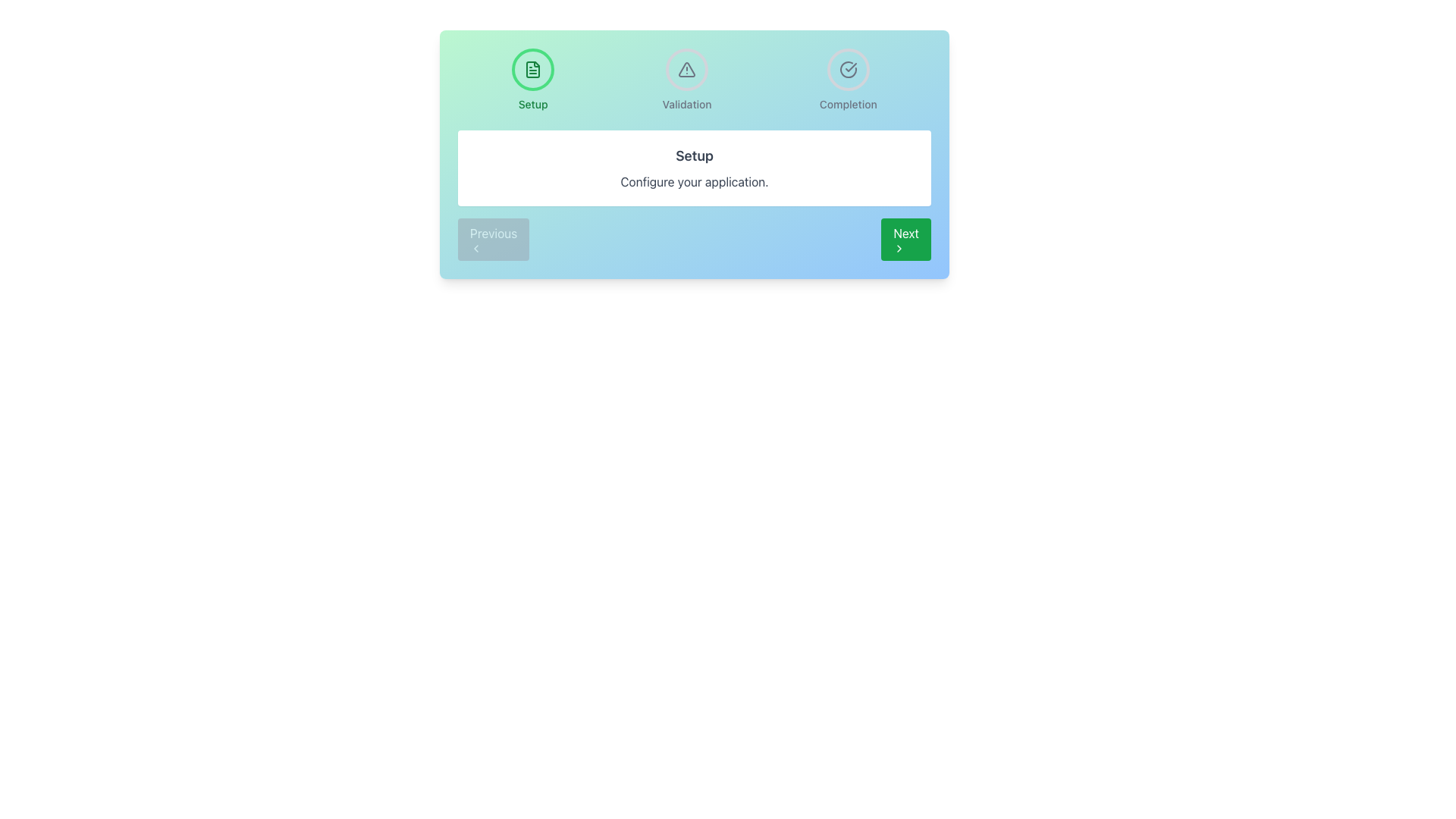  I want to click on the 'Validation' step icon which is currently inactive and positioned centrally between 'Setup' and 'Completion' in a multi-step process, so click(686, 80).